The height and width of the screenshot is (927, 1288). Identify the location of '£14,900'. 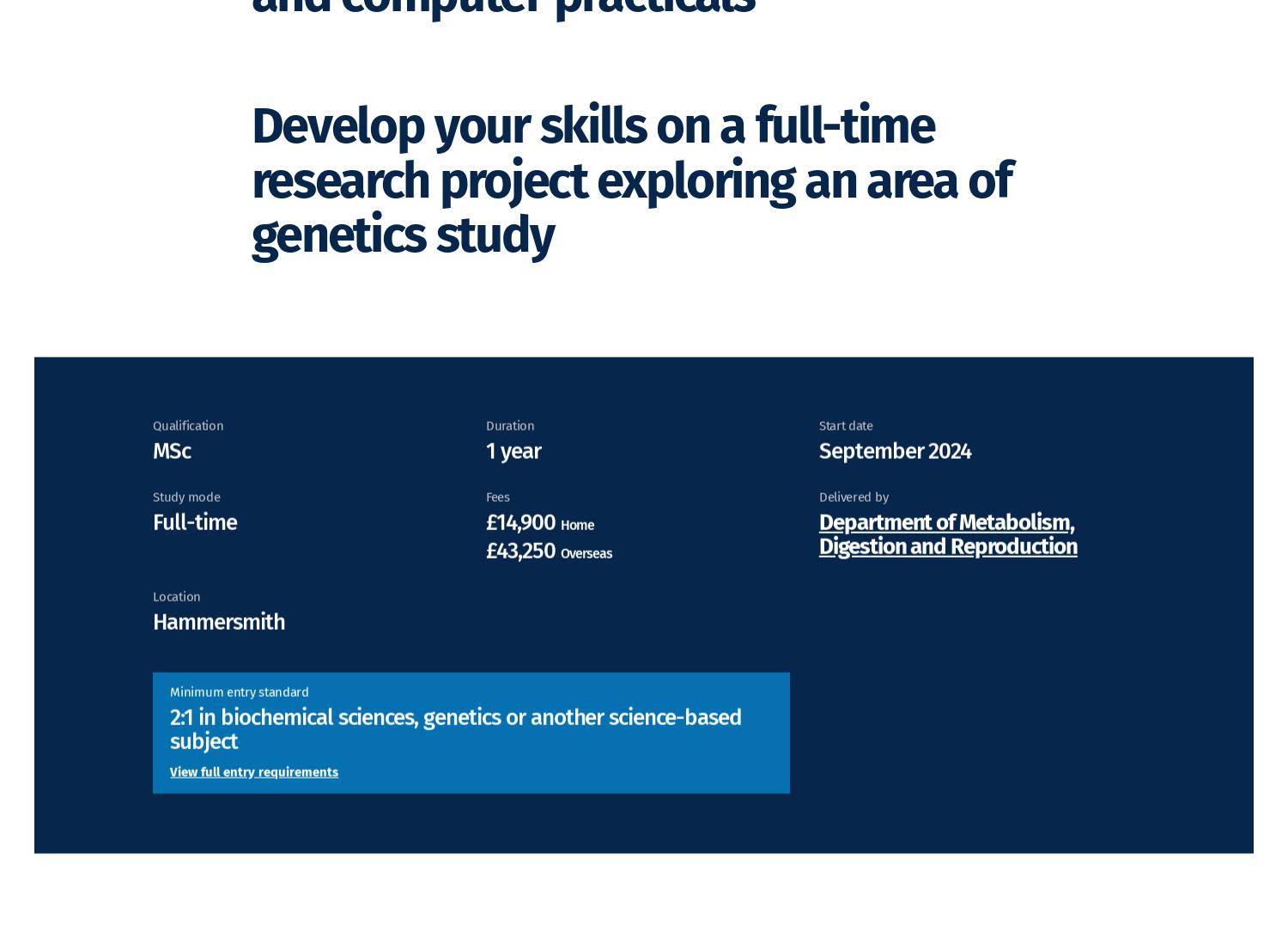
(522, 546).